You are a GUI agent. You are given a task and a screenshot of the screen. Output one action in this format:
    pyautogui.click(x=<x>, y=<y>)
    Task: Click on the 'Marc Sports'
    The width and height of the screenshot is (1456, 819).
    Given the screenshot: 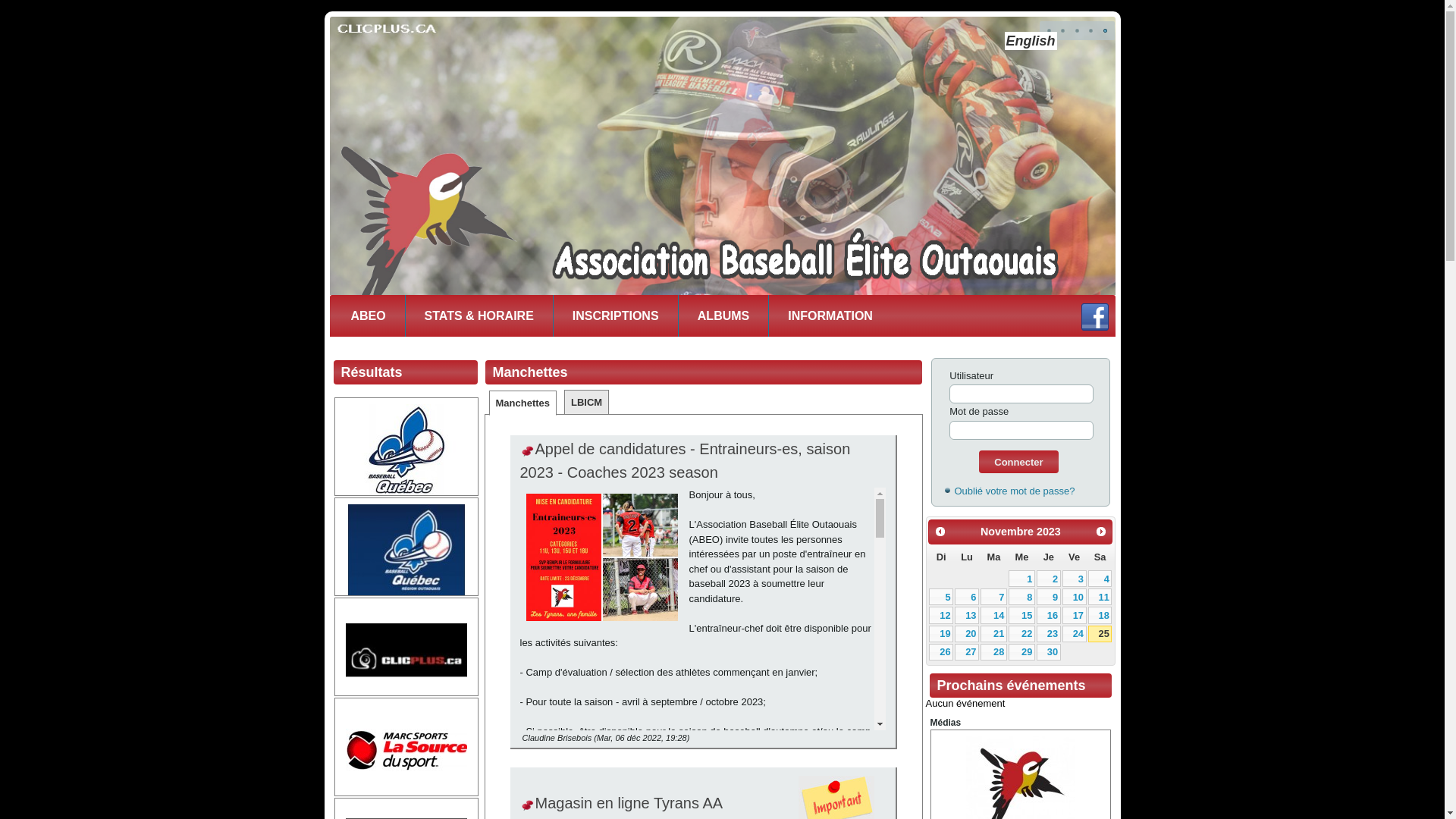 What is the action you would take?
    pyautogui.click(x=406, y=748)
    